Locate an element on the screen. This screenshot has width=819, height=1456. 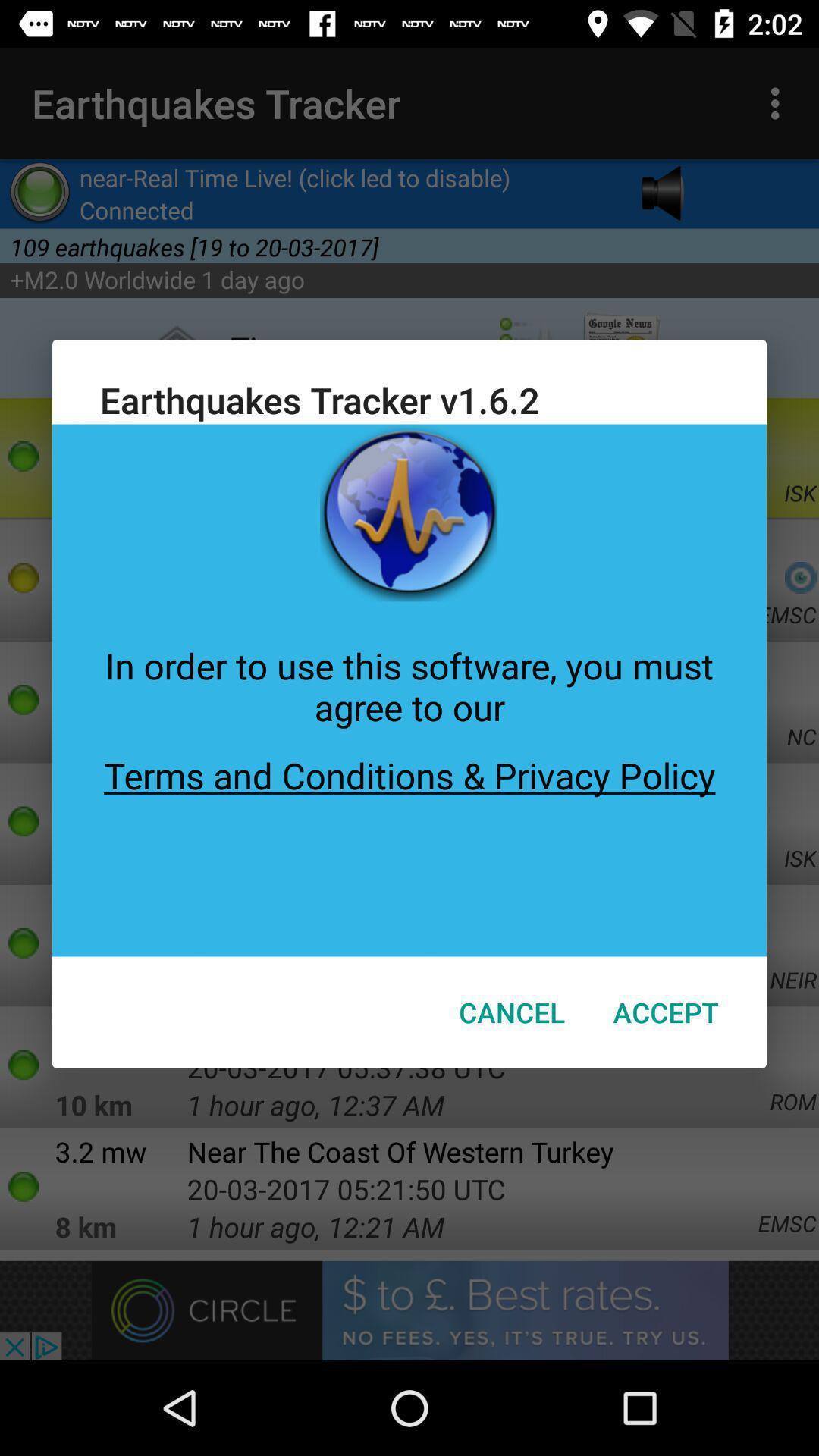
accept icon is located at coordinates (665, 1012).